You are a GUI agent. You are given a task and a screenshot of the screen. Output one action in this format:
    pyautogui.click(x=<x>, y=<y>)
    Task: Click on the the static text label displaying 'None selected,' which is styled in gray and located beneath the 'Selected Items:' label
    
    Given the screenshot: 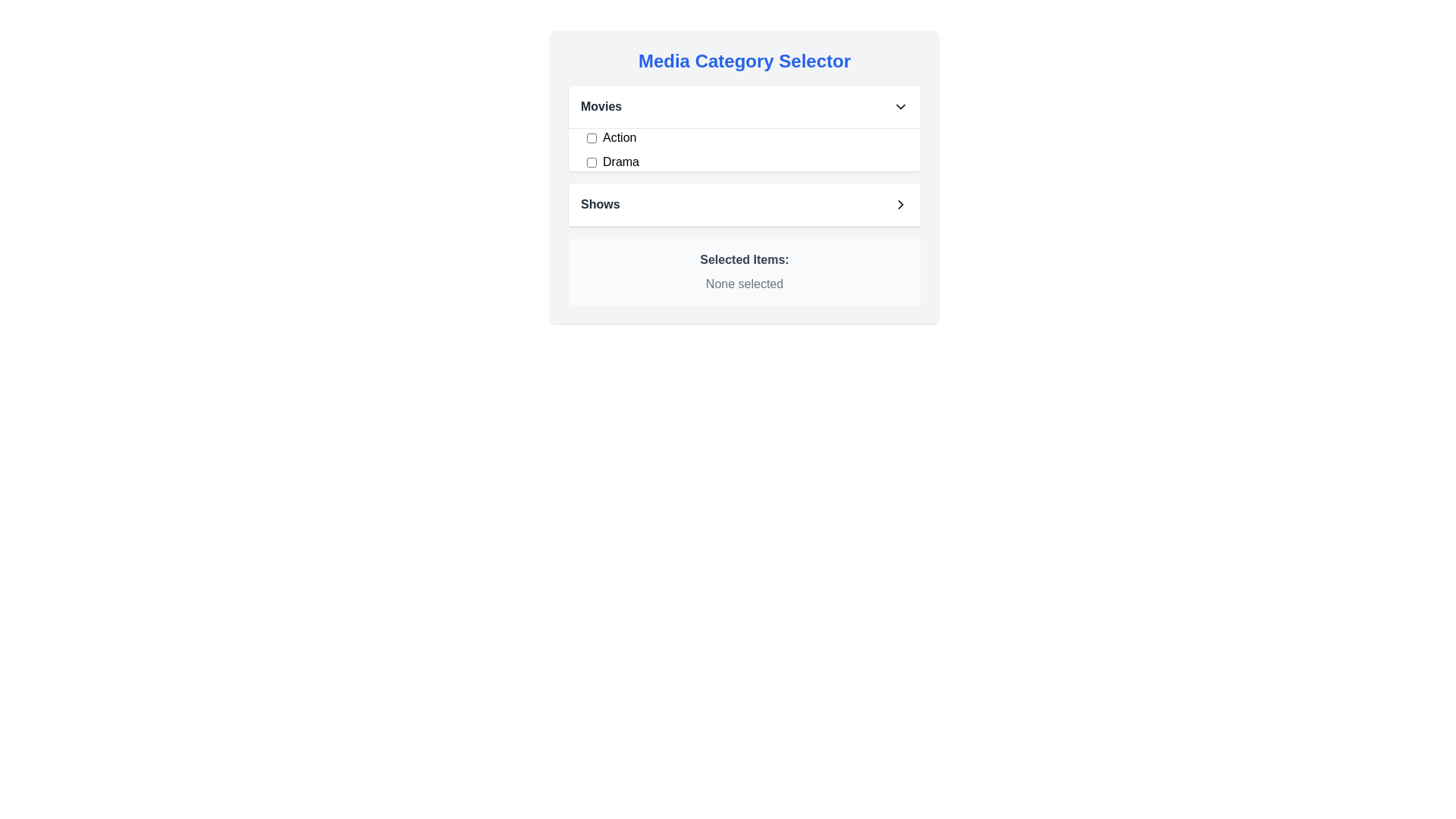 What is the action you would take?
    pyautogui.click(x=745, y=284)
    